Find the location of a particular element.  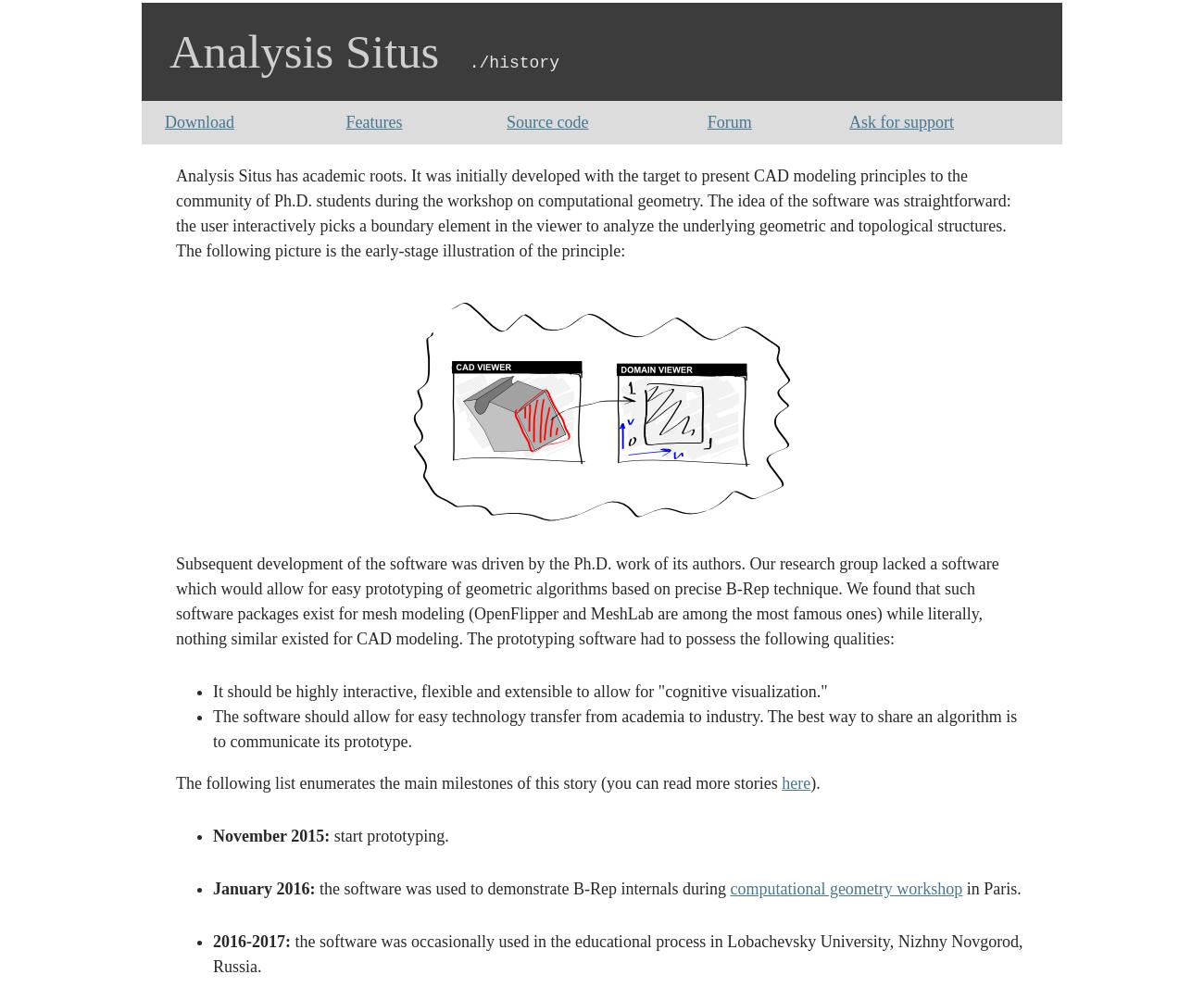

'It should be highly interactive, flexible and extensible to allow for "cognitive visualization."' is located at coordinates (211, 691).